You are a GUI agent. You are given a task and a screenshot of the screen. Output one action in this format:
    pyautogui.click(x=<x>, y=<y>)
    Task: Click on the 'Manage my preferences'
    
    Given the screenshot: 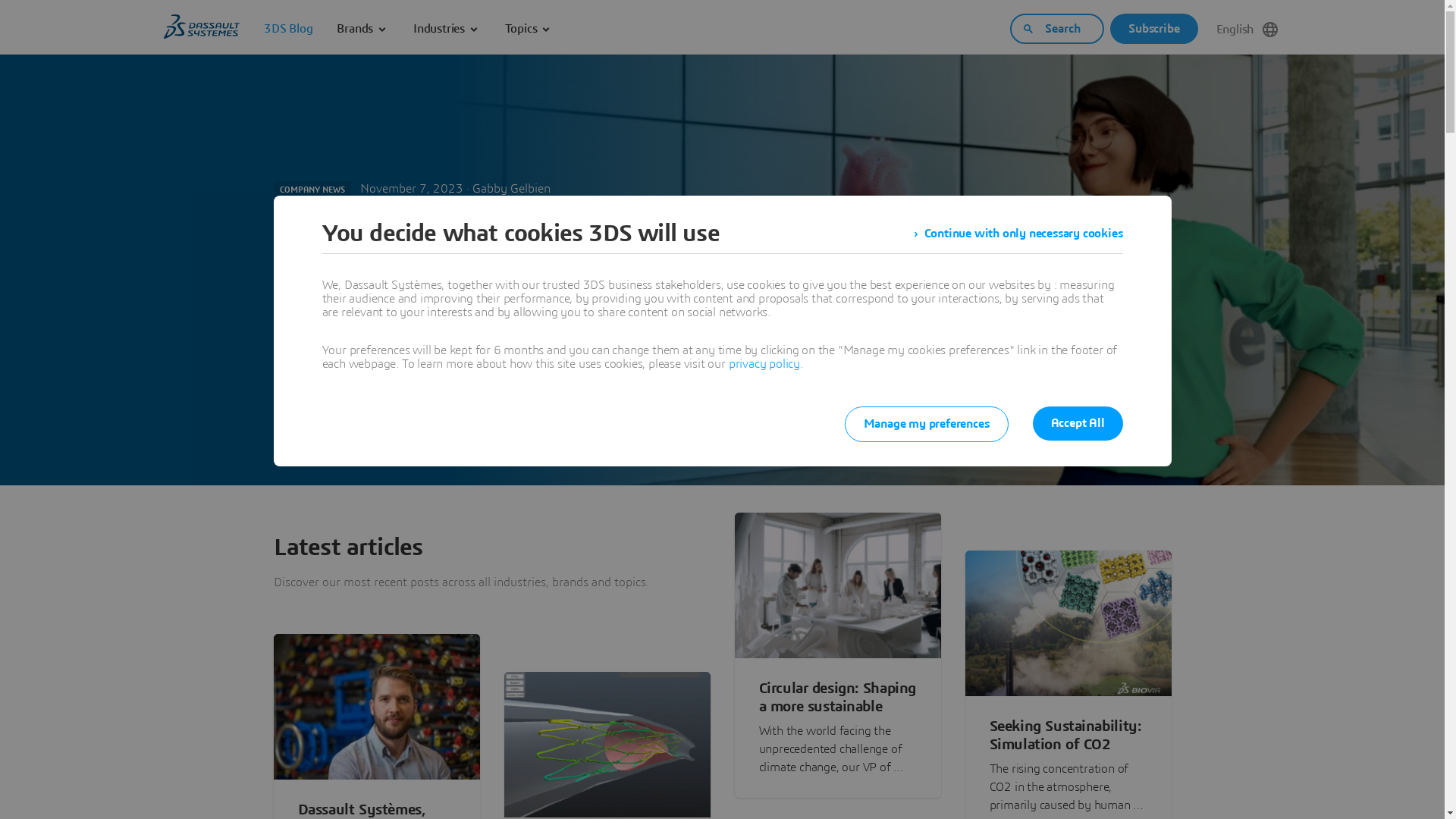 What is the action you would take?
    pyautogui.click(x=926, y=424)
    